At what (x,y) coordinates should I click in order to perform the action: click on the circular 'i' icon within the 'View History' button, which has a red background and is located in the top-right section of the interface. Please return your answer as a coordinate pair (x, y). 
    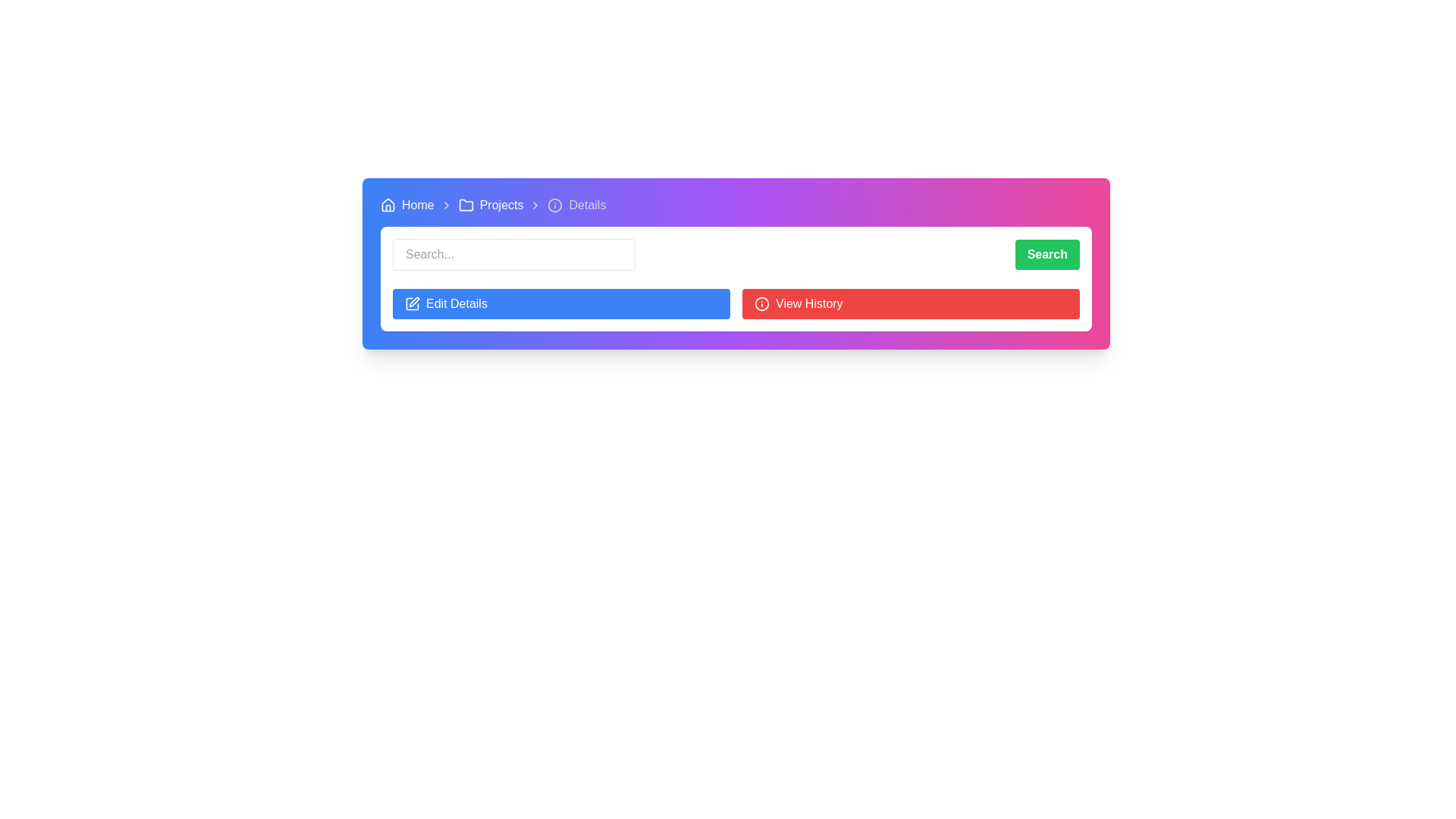
    Looking at the image, I should click on (761, 304).